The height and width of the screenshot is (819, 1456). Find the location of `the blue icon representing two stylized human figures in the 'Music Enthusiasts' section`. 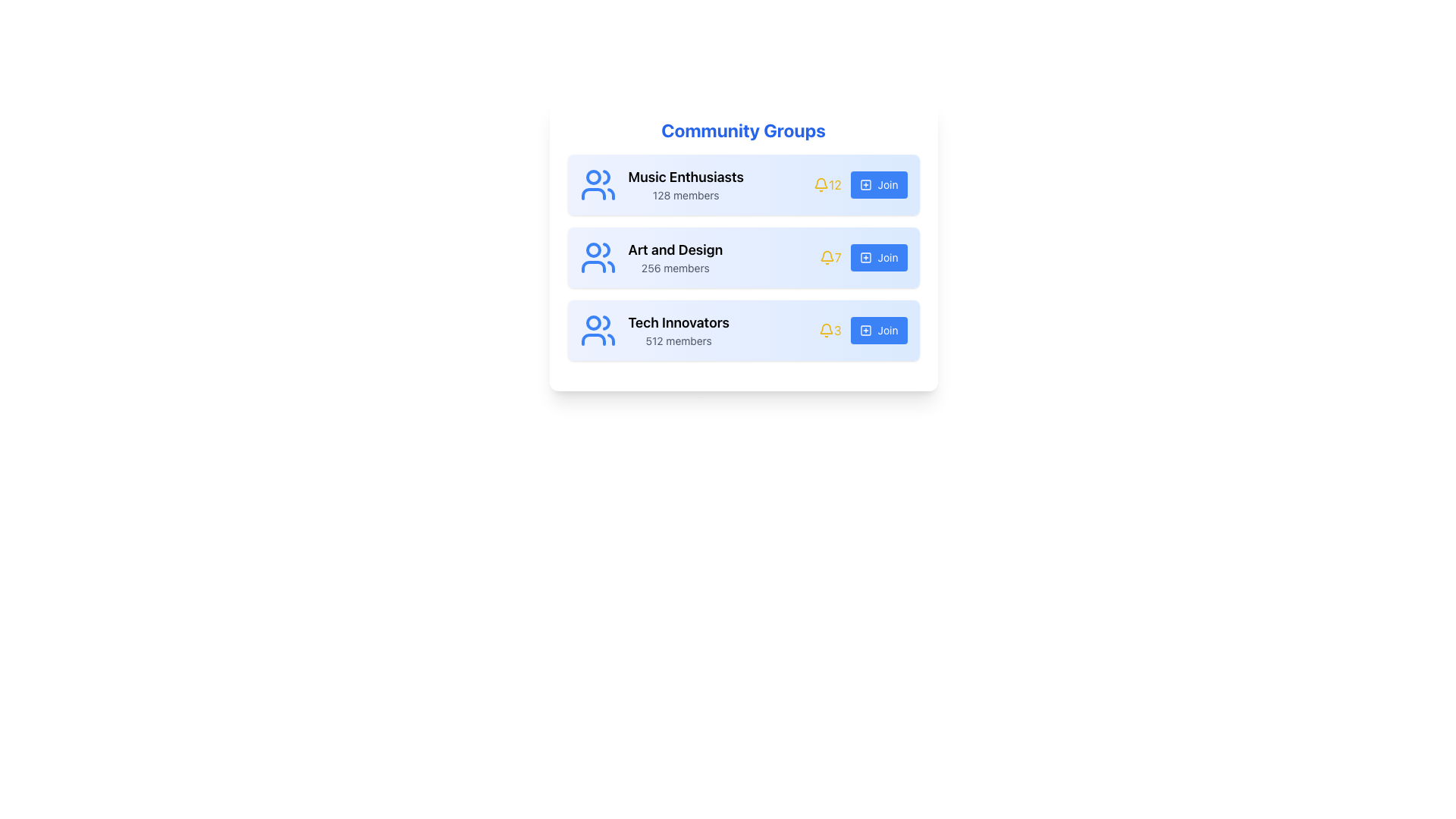

the blue icon representing two stylized human figures in the 'Music Enthusiasts' section is located at coordinates (597, 184).